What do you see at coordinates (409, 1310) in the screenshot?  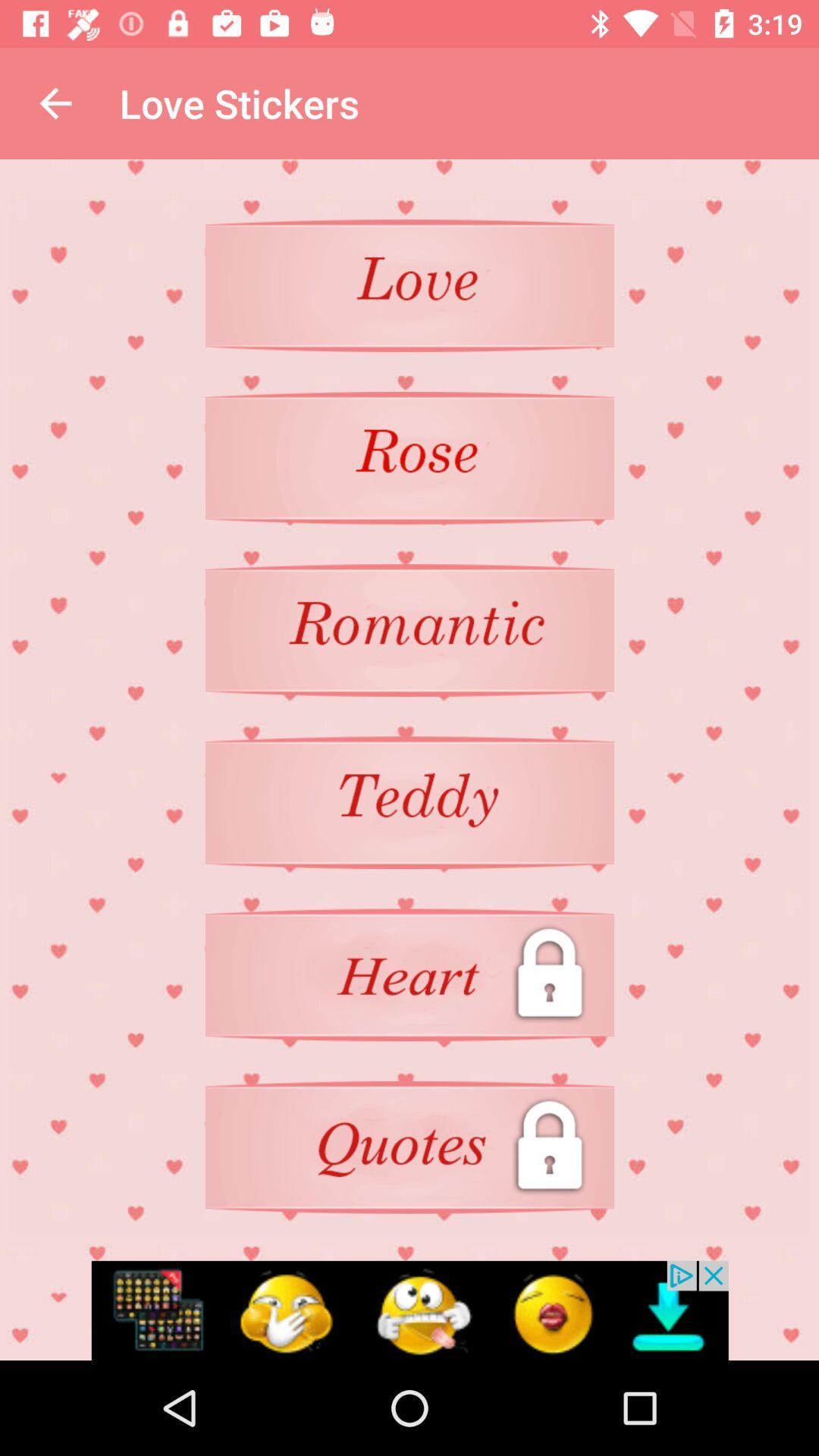 I see `enable notification` at bounding box center [409, 1310].